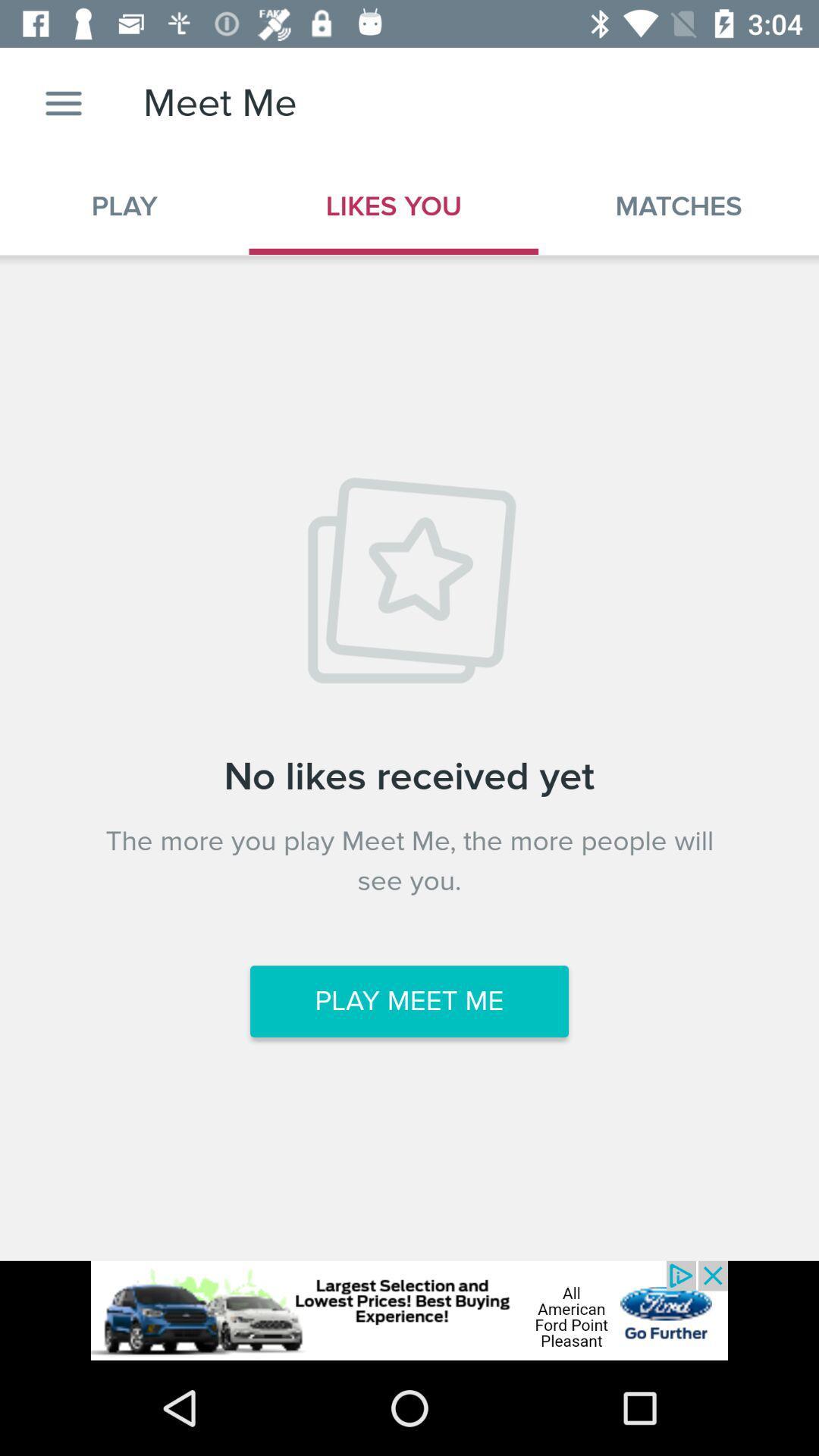 Image resolution: width=819 pixels, height=1456 pixels. Describe the element at coordinates (63, 102) in the screenshot. I see `setting` at that location.